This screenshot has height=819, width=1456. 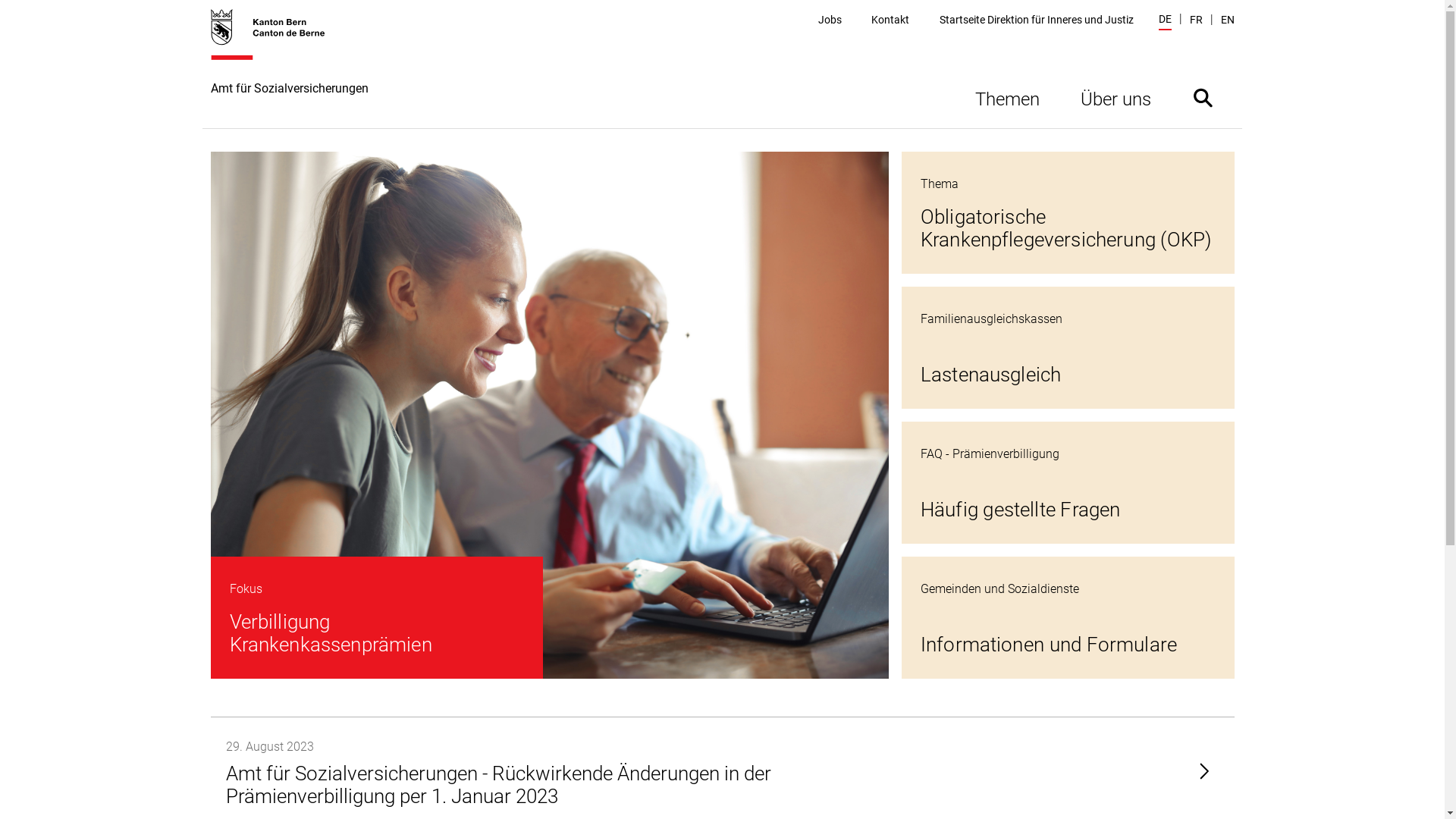 I want to click on 'FR', so click(x=1194, y=20).